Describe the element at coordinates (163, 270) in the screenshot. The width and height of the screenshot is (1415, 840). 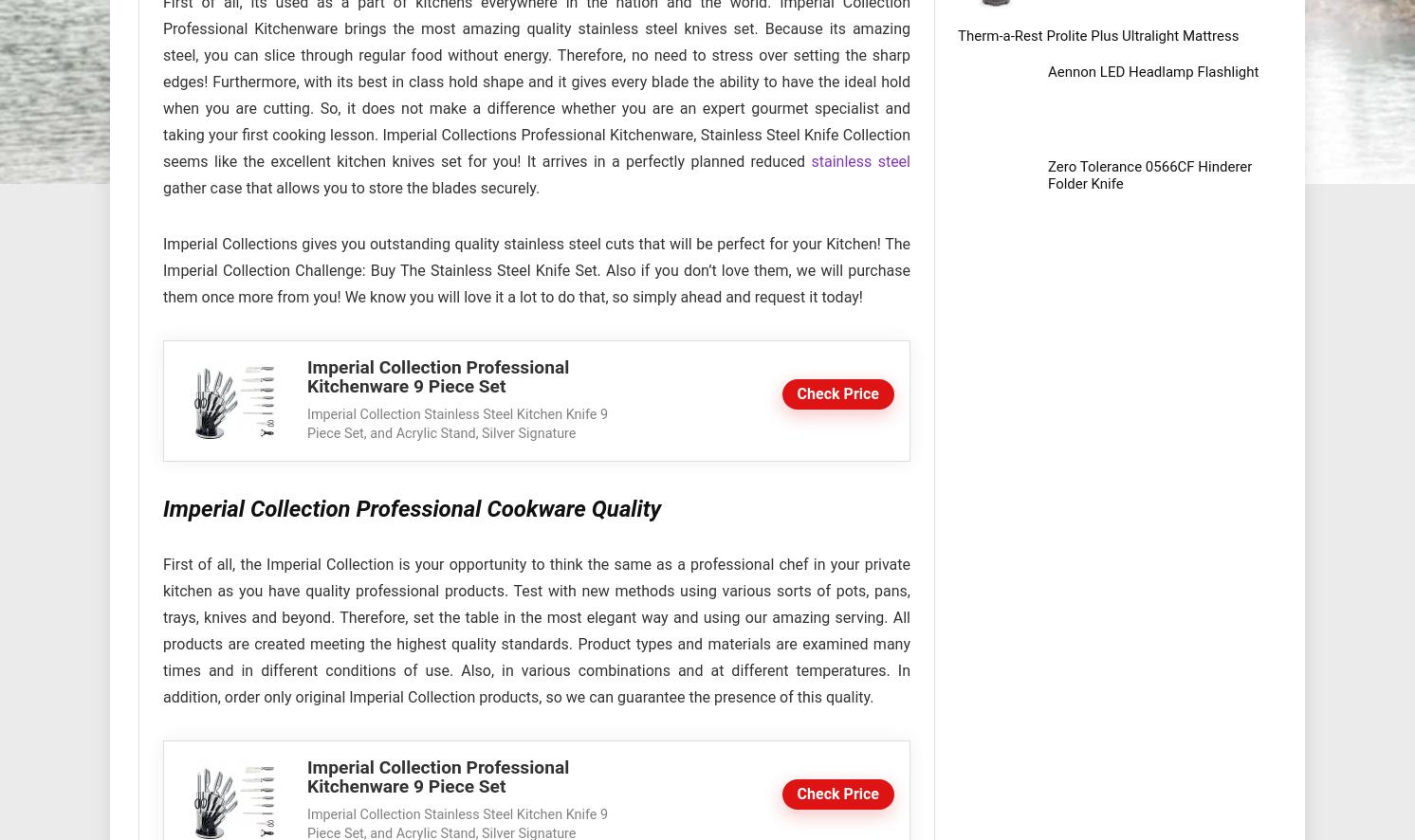
I see `'Imperial Collections gives you outstanding quality stainless steel cuts that will be perfect for your Kitchen! The Imperial Collection Challenge: Buy The Stainless Steel Knife Set. Also if you don’t love them, we will purchase them once more from you! We know you will love it a lot to do that, so simply ahead and request it today!'` at that location.